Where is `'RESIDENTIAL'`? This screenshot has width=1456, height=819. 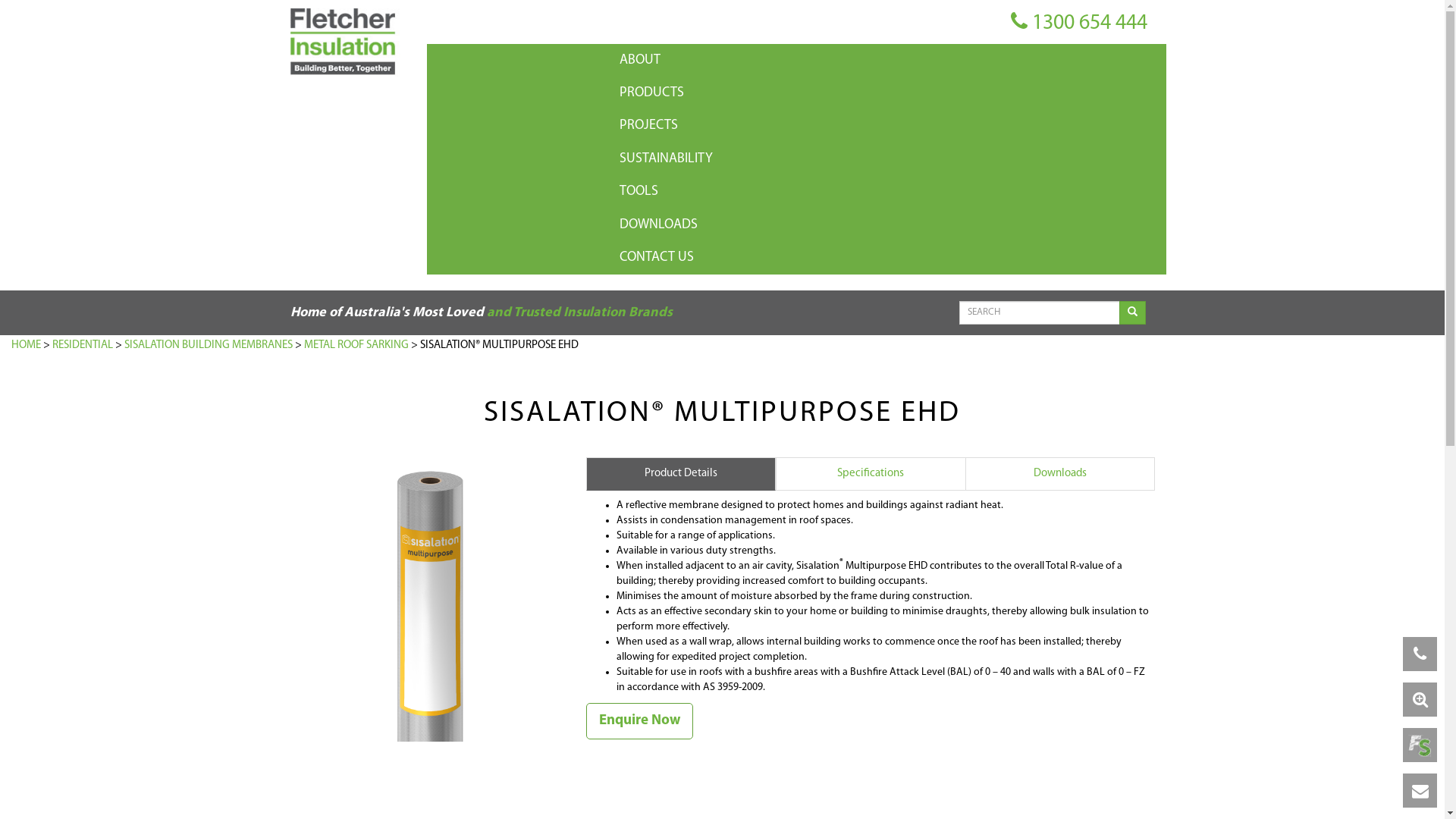
'RESIDENTIAL' is located at coordinates (82, 345).